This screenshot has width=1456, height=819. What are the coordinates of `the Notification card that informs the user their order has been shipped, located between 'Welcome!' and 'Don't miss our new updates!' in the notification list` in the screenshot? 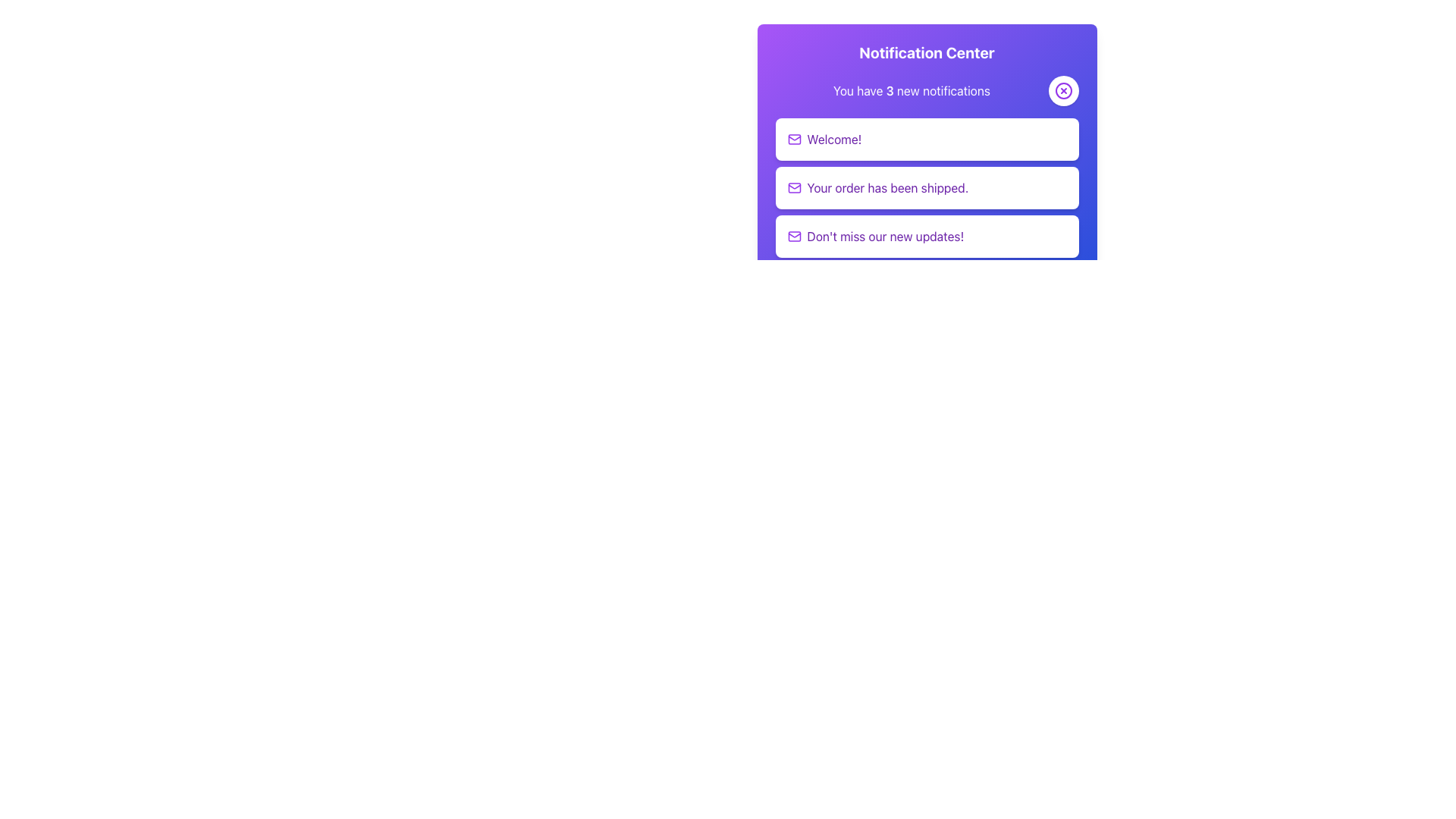 It's located at (926, 187).